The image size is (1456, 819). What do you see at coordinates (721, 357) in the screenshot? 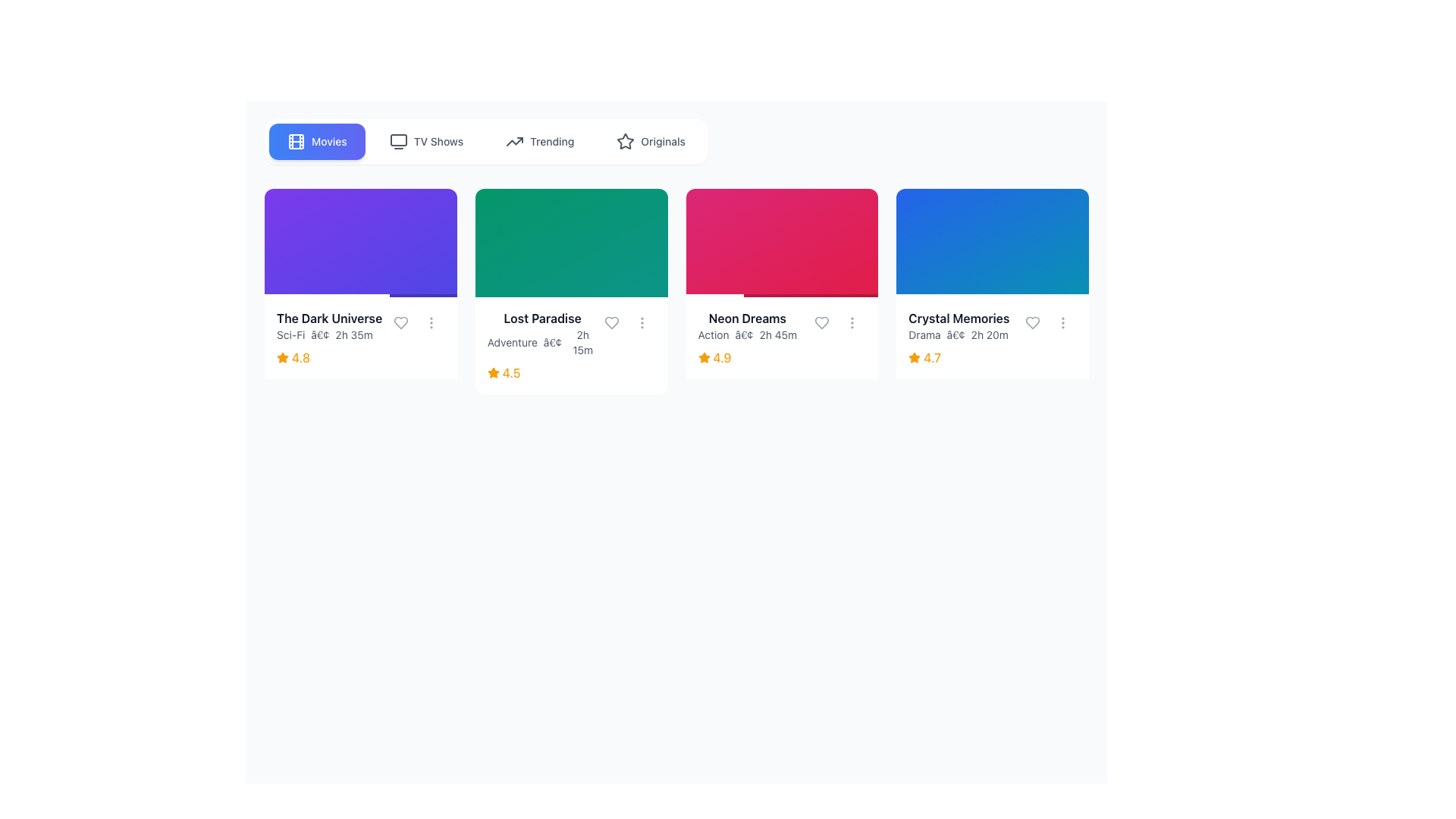
I see `the static text label displaying '4.9' in bold amber-orange color located below the 'Neon Dreams' card, following the star icon` at bounding box center [721, 357].